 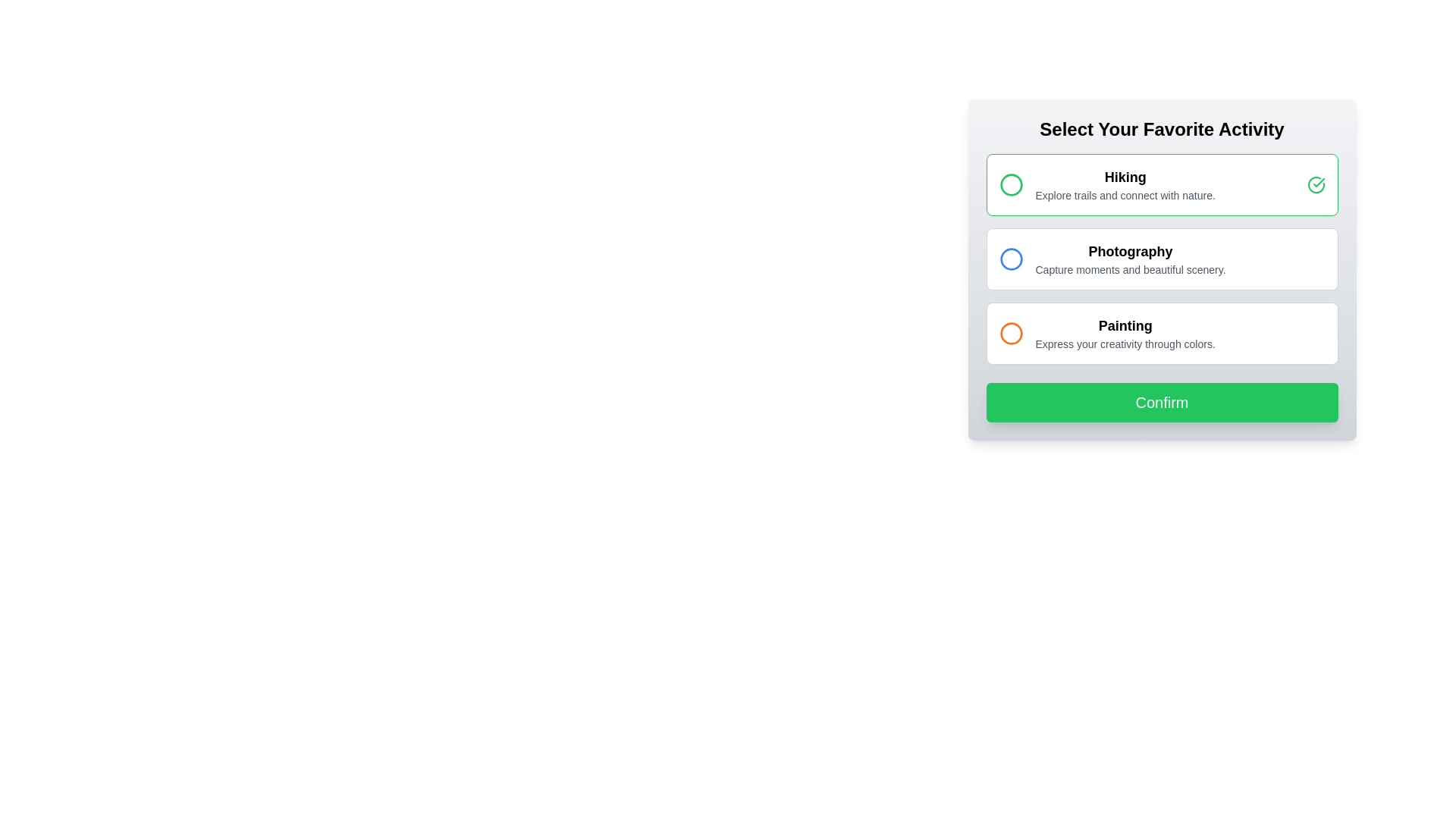 What do you see at coordinates (1107, 332) in the screenshot?
I see `the 'Painting' option in the interactive list` at bounding box center [1107, 332].